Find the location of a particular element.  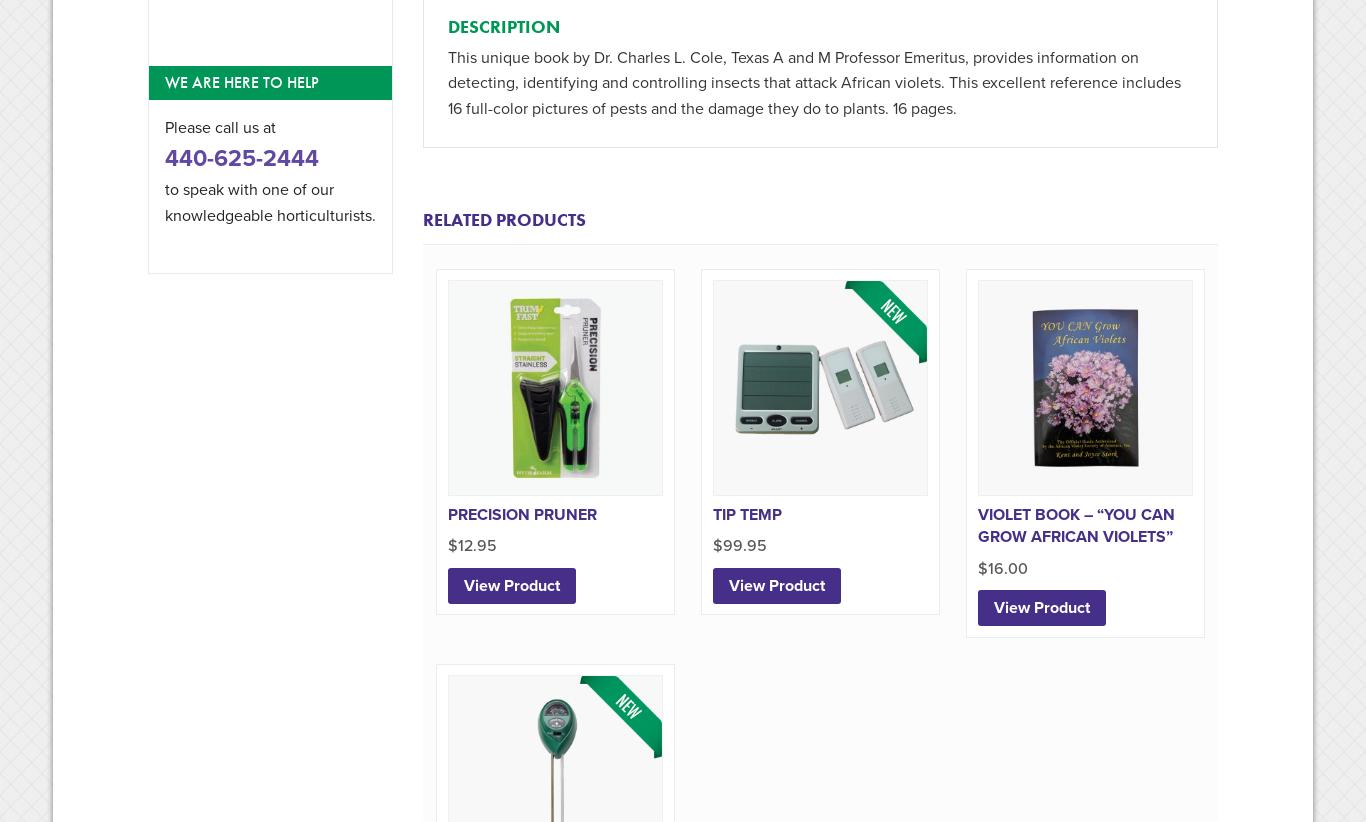

'12.95' is located at coordinates (476, 545).